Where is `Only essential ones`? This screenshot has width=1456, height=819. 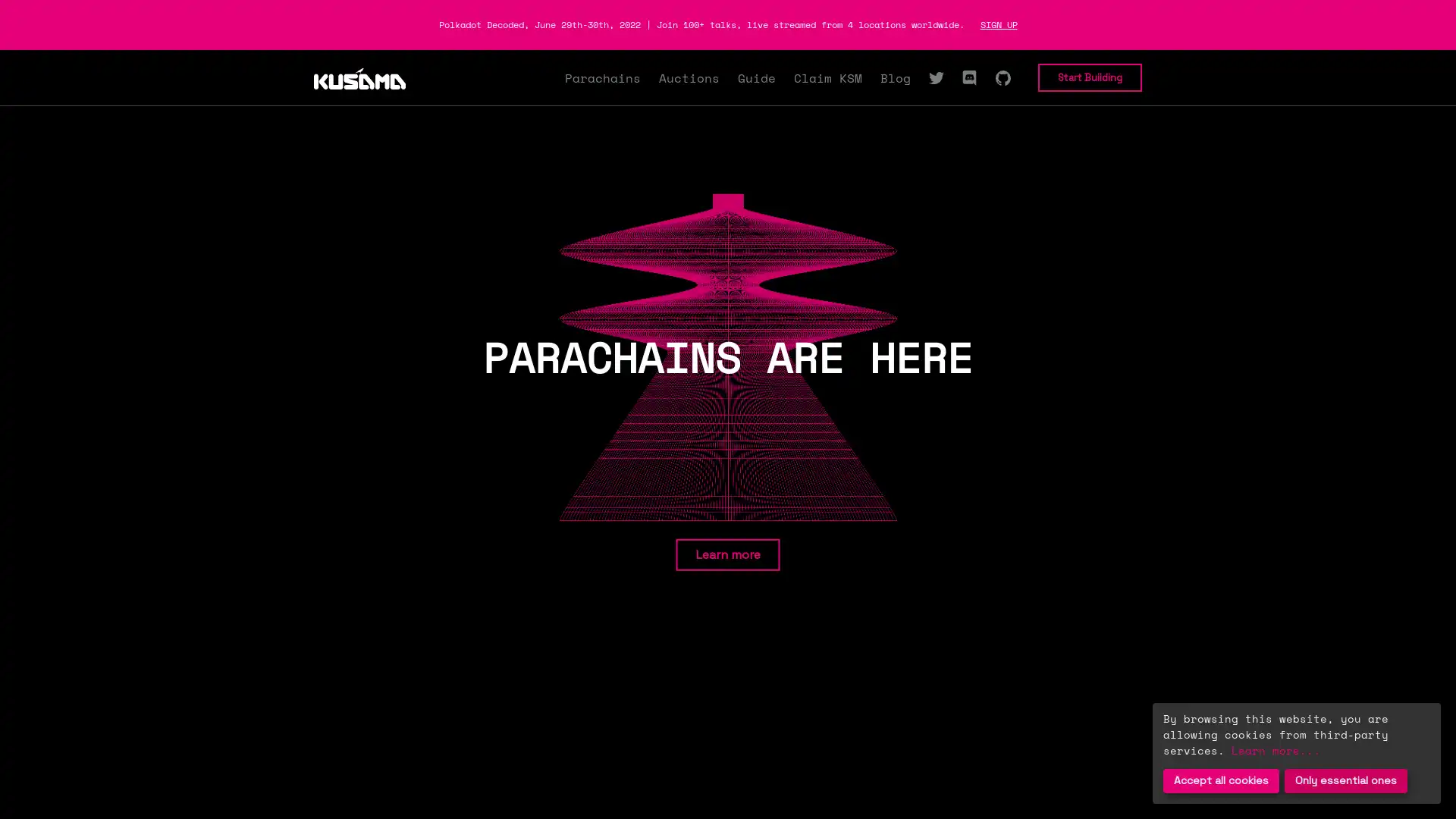 Only essential ones is located at coordinates (1346, 780).